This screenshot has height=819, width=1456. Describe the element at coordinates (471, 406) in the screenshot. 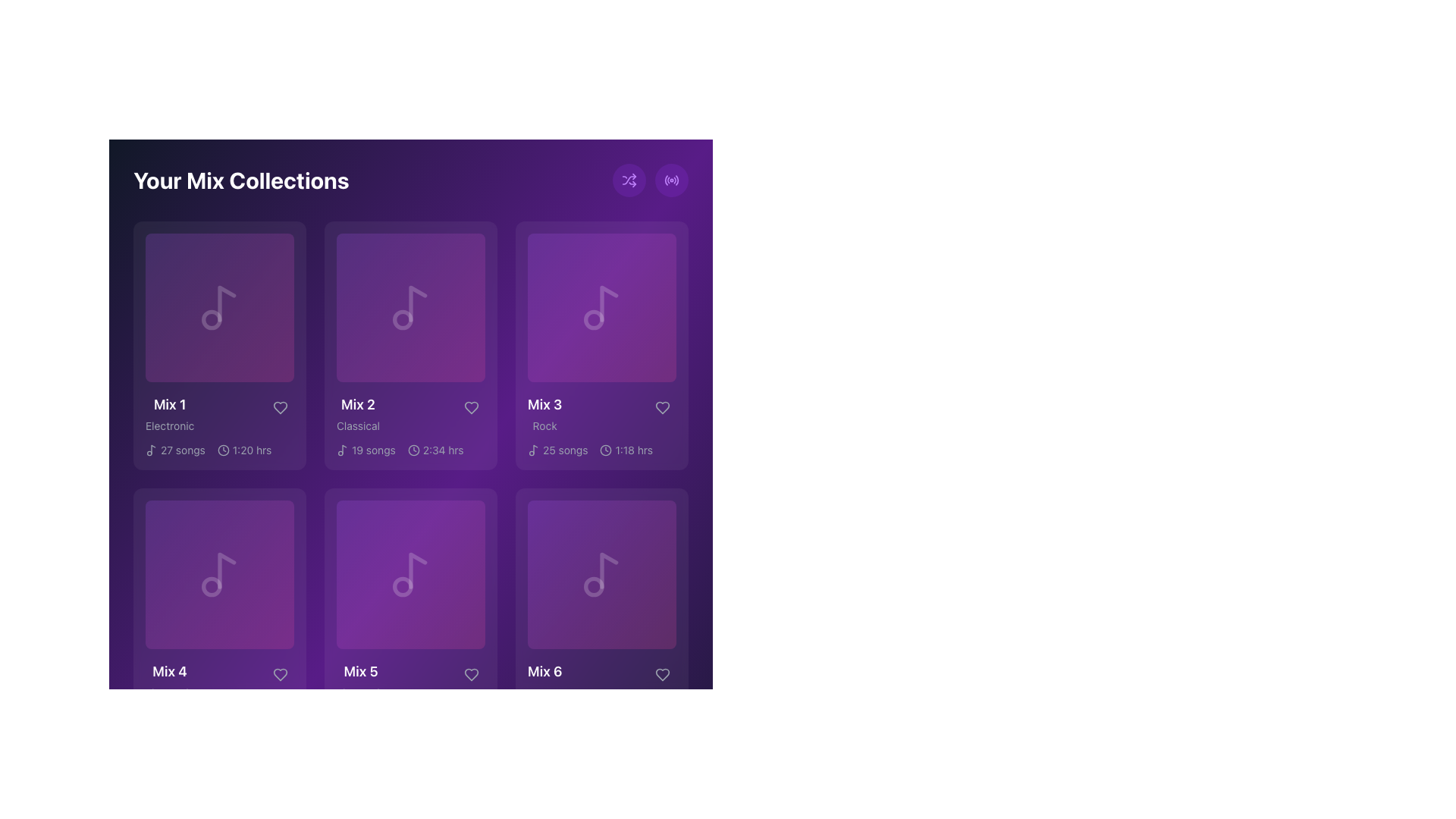

I see `the favorite button located in the bottom-right corner of the second card in the 'Your Mix Collections' grid` at that location.